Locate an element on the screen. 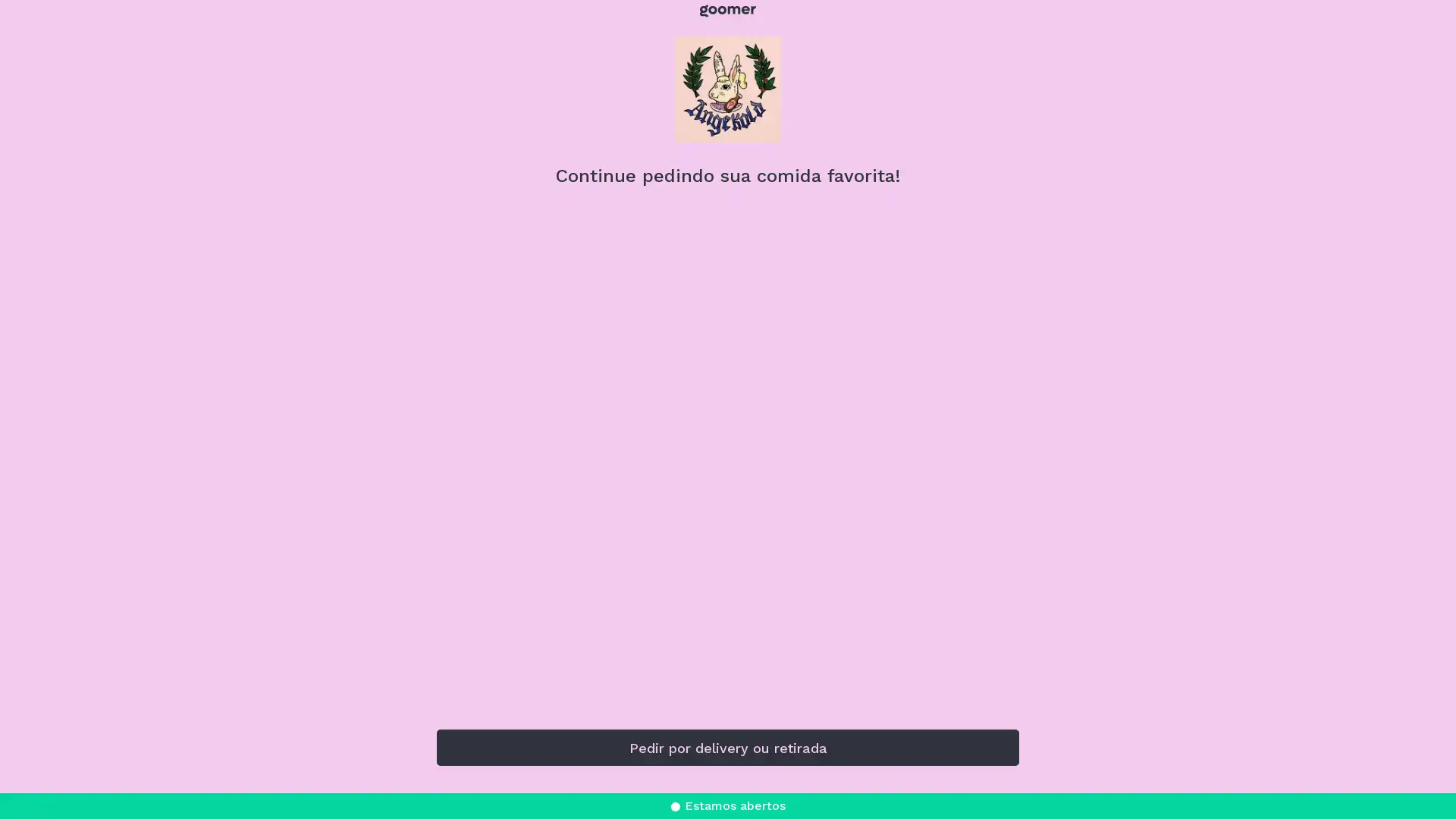  Pedir por delivery ou retirada is located at coordinates (728, 747).